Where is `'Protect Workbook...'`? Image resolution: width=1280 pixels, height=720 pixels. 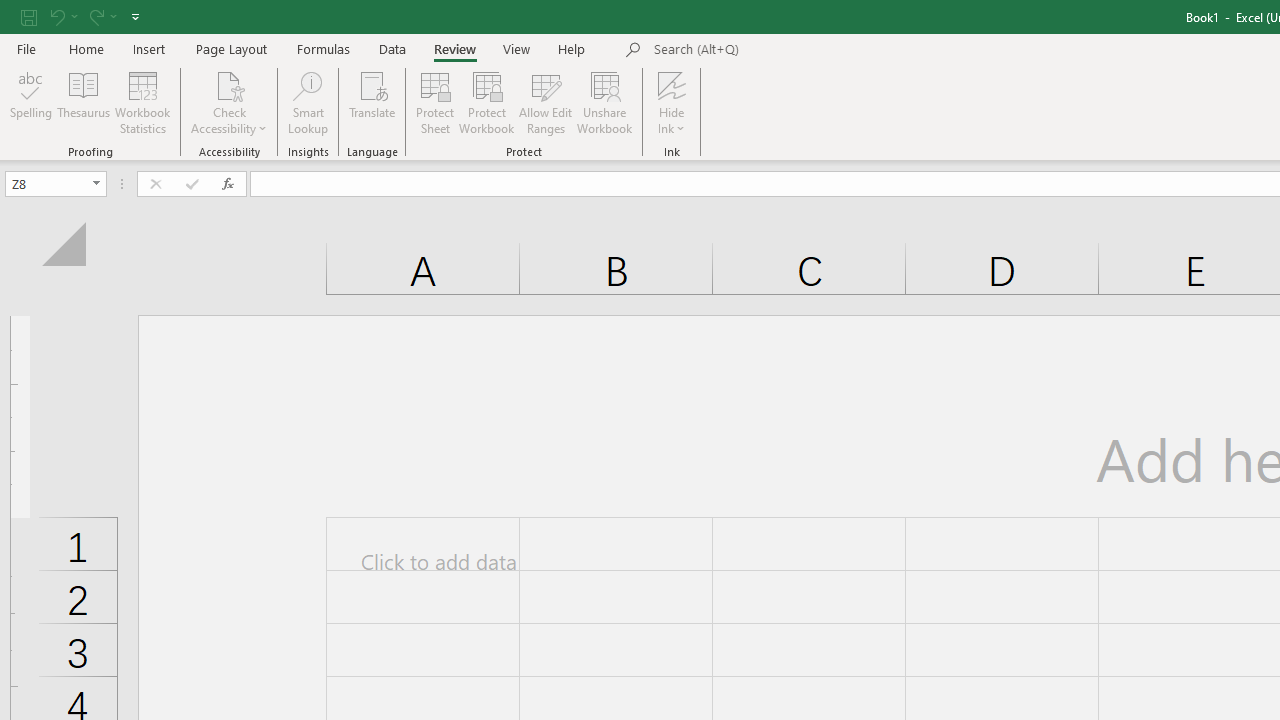 'Protect Workbook...' is located at coordinates (487, 103).